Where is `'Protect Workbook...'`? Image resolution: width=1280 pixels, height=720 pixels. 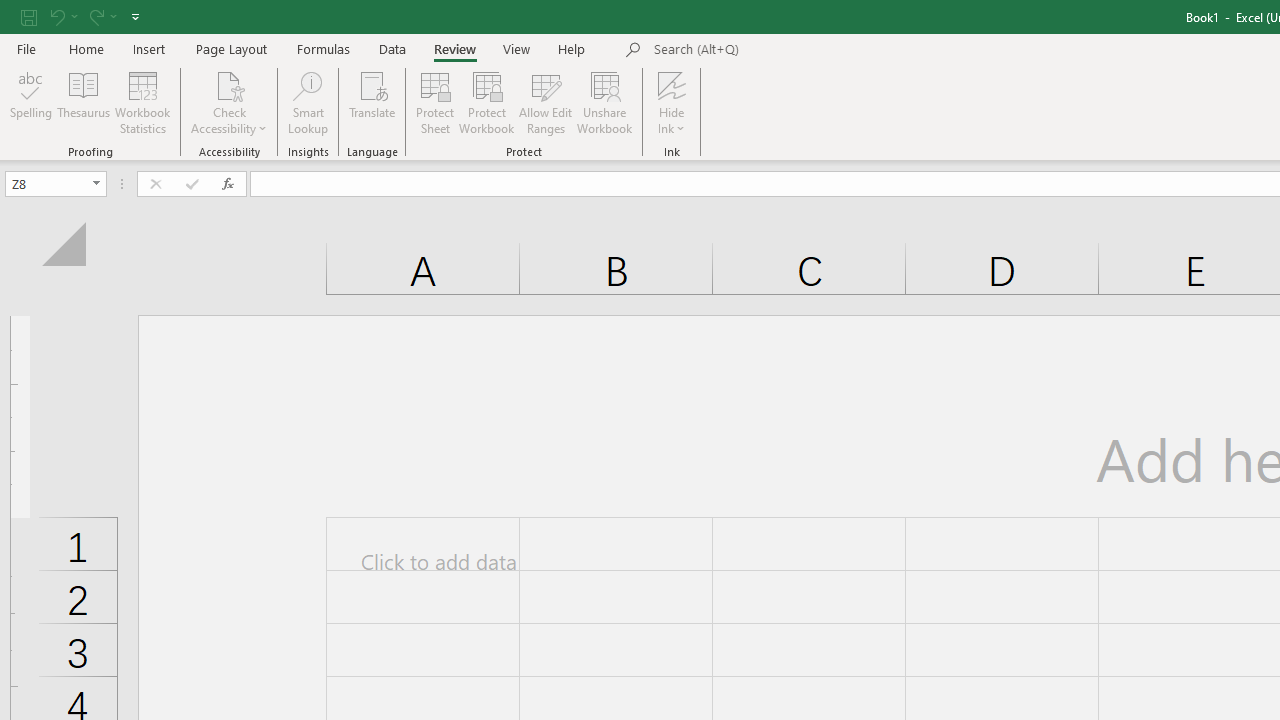 'Protect Workbook...' is located at coordinates (487, 103).